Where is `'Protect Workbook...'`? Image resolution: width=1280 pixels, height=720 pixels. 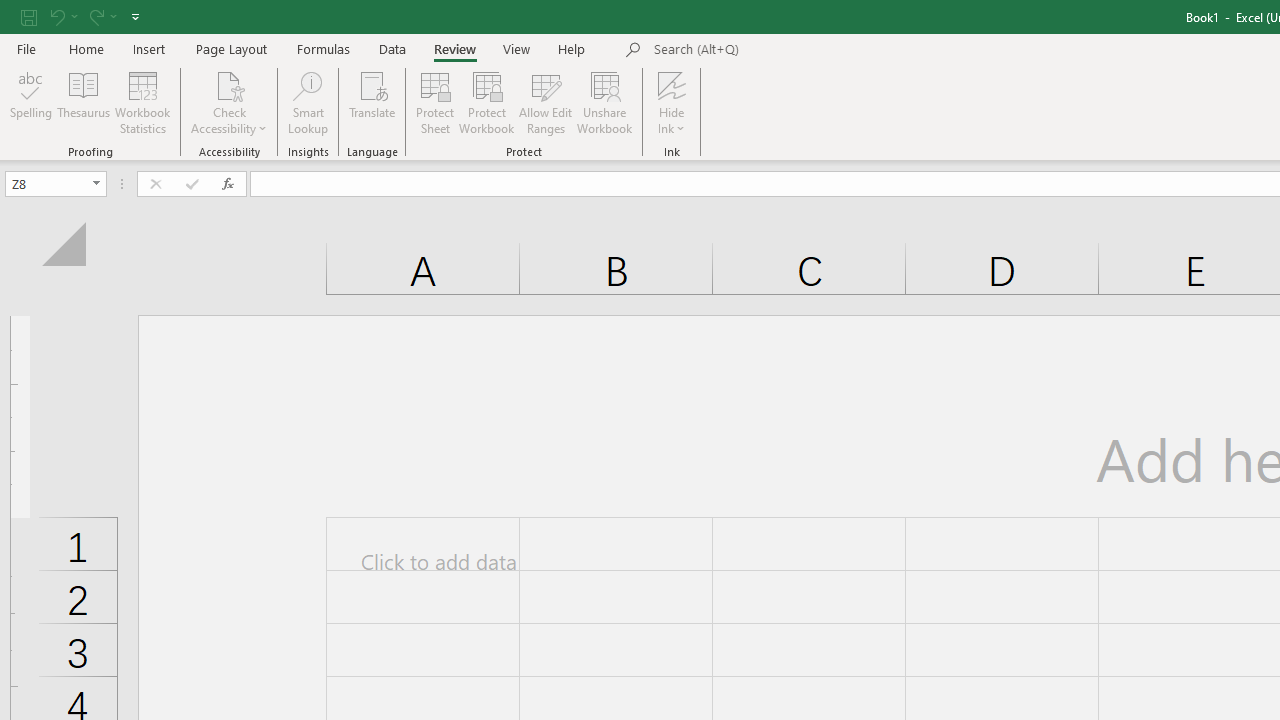 'Protect Workbook...' is located at coordinates (487, 103).